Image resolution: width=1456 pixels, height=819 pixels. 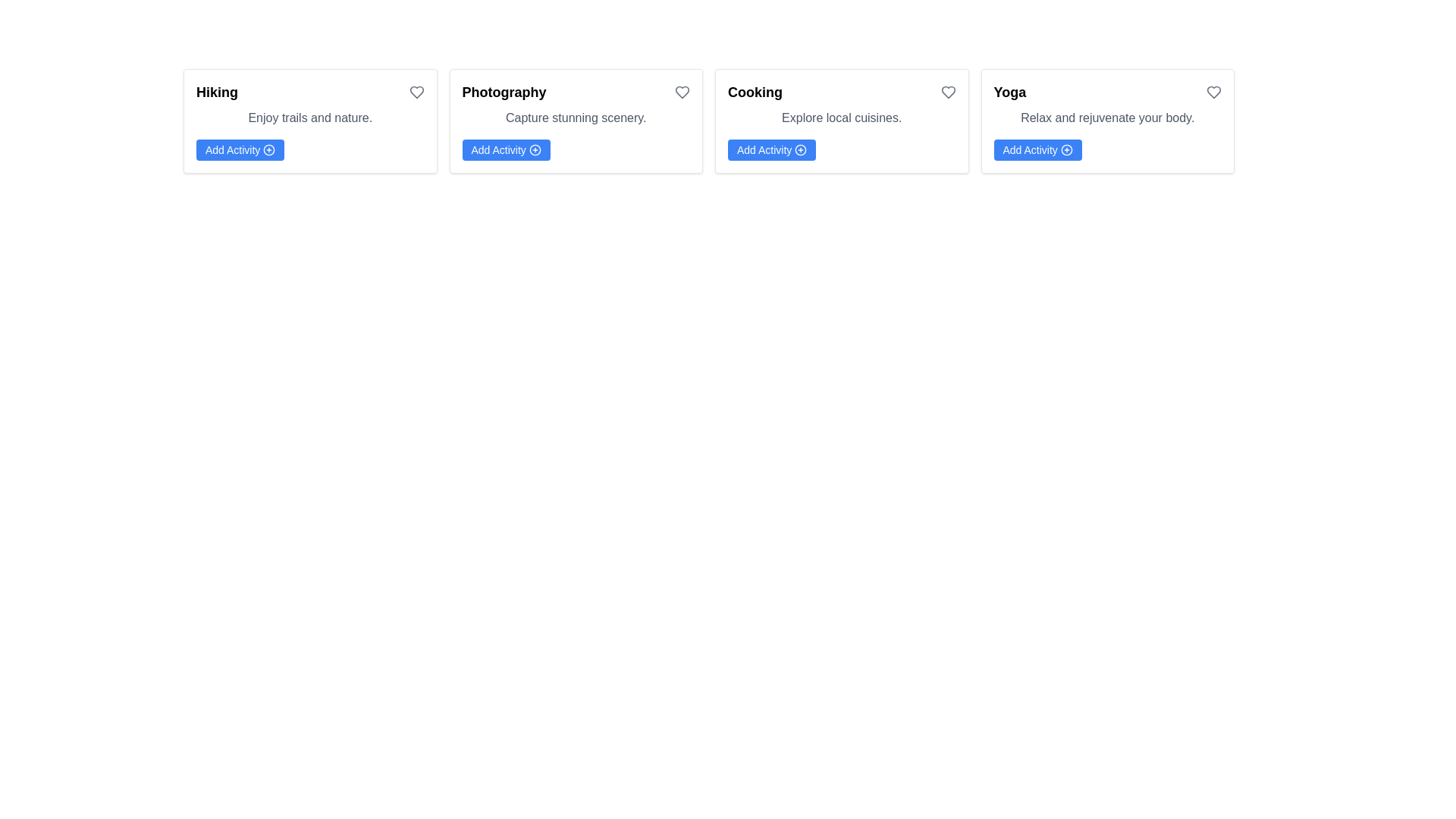 I want to click on the heart-shaped favorite button located to the right of the 'Hiking' text to favorite or like the associated activity, so click(x=416, y=93).